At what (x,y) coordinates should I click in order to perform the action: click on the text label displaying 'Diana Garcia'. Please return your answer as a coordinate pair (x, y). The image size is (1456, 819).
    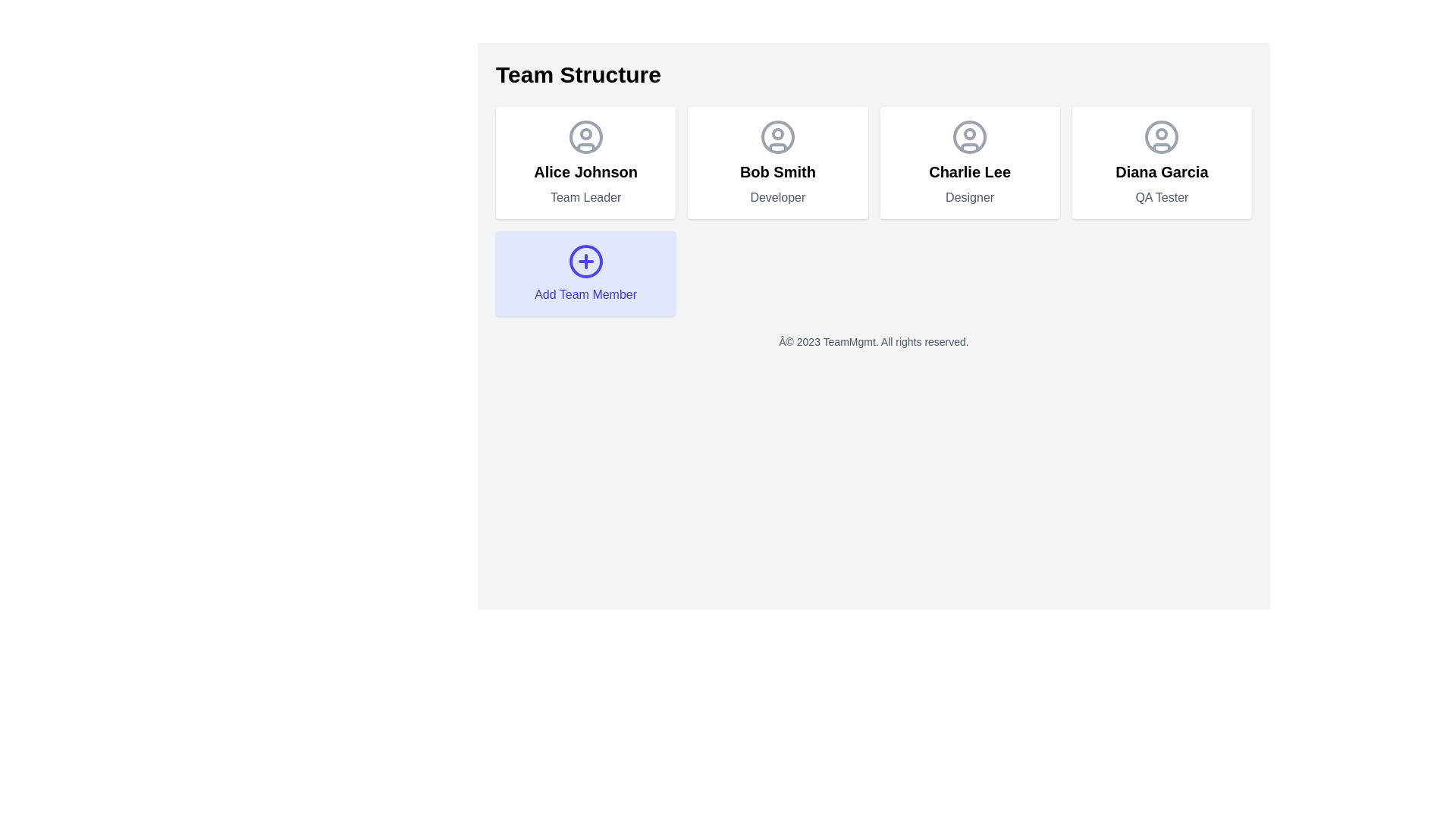
    Looking at the image, I should click on (1161, 171).